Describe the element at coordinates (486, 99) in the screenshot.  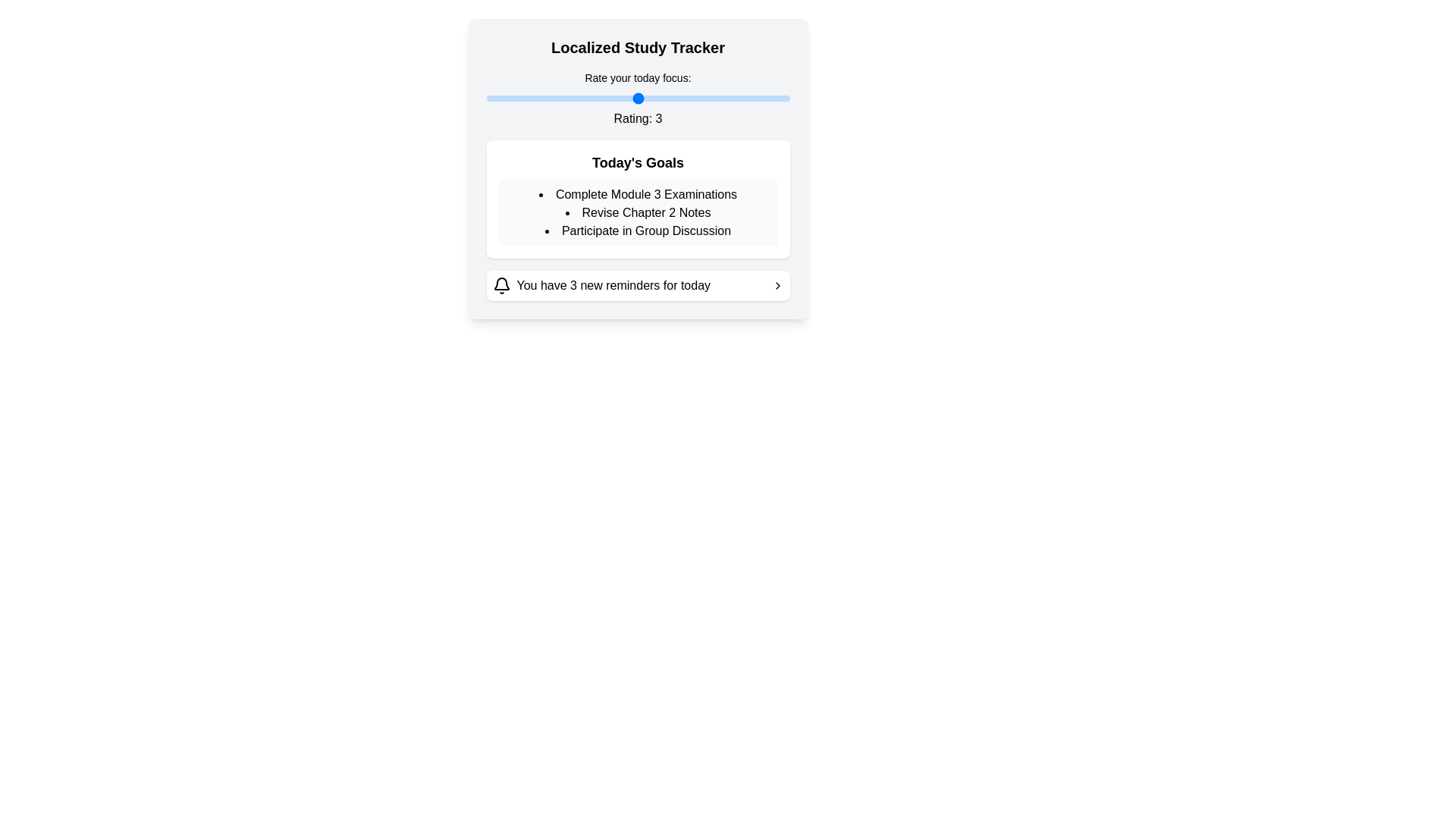
I see `the focus rating` at that location.